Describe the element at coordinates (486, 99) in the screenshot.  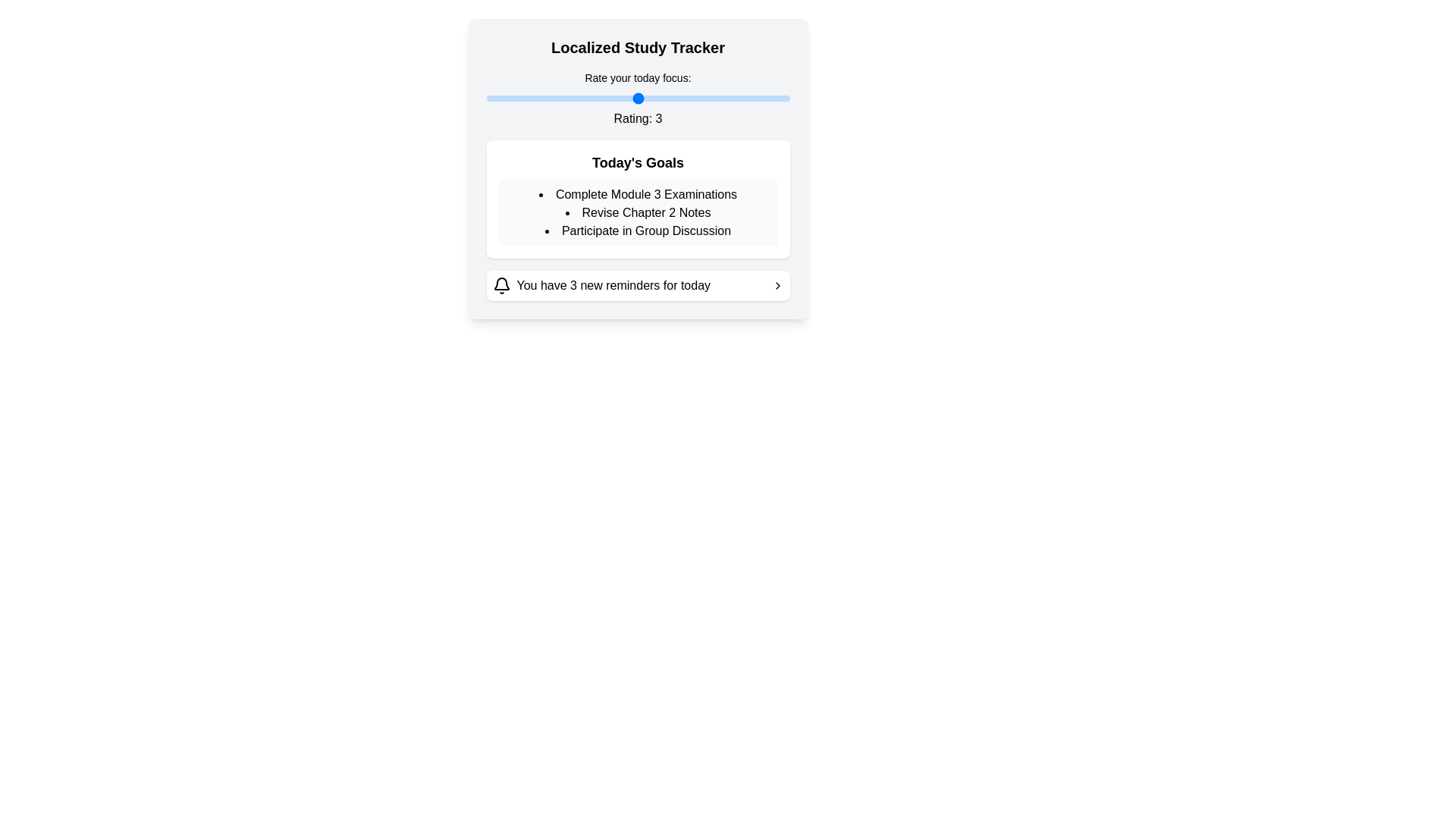
I see `the focus rating` at that location.